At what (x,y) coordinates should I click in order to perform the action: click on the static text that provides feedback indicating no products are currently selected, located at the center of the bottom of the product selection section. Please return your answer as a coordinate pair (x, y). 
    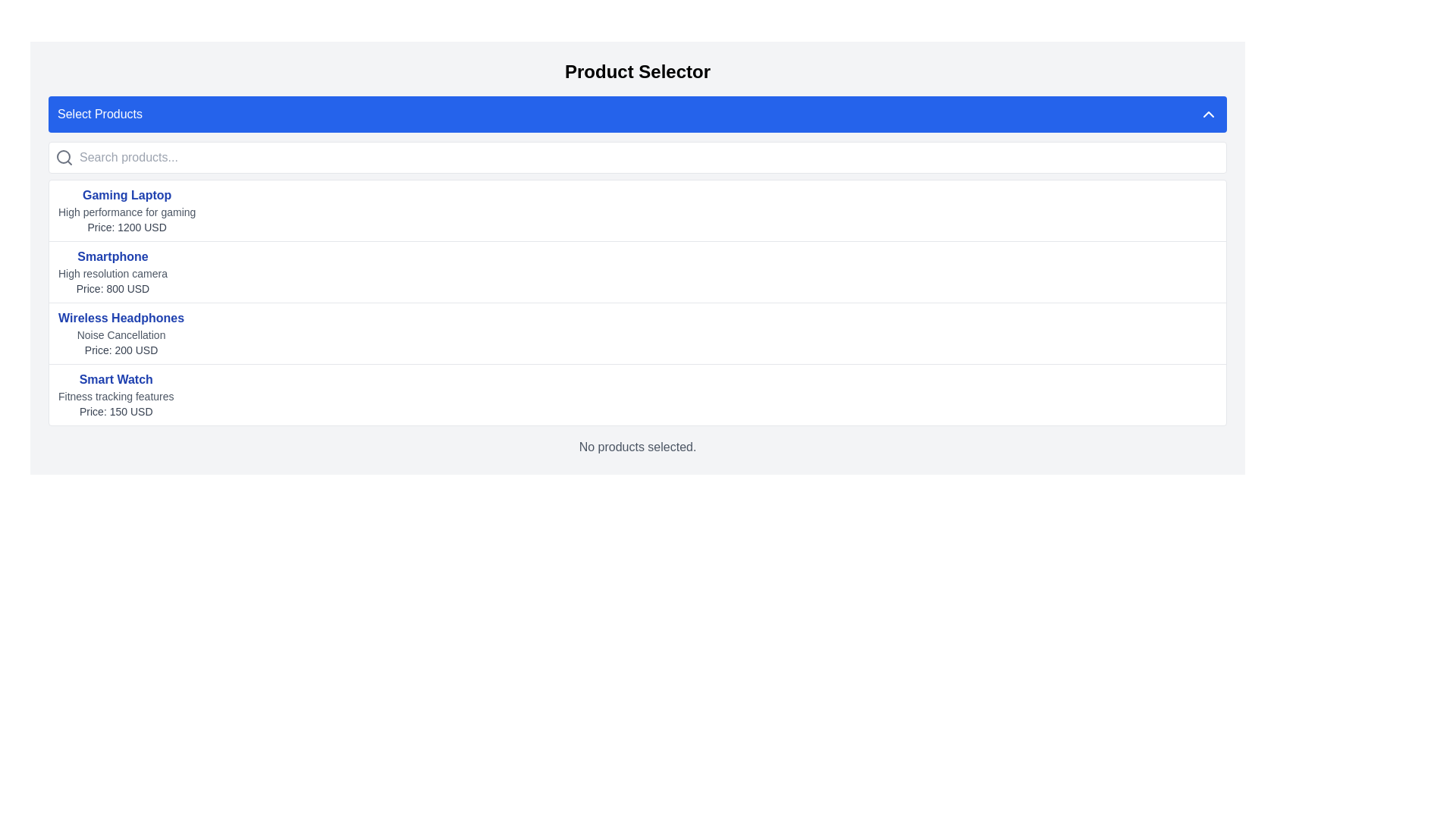
    Looking at the image, I should click on (637, 447).